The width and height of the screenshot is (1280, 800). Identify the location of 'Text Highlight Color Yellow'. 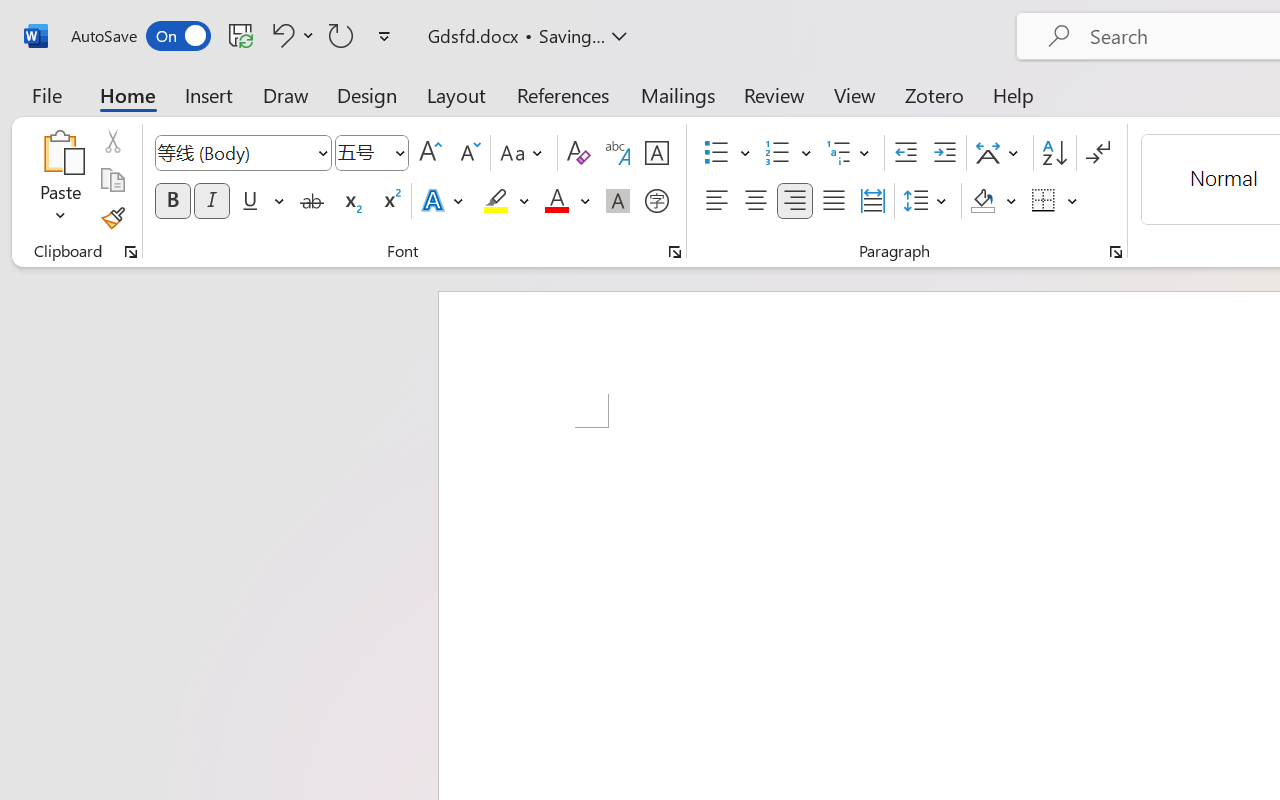
(496, 201).